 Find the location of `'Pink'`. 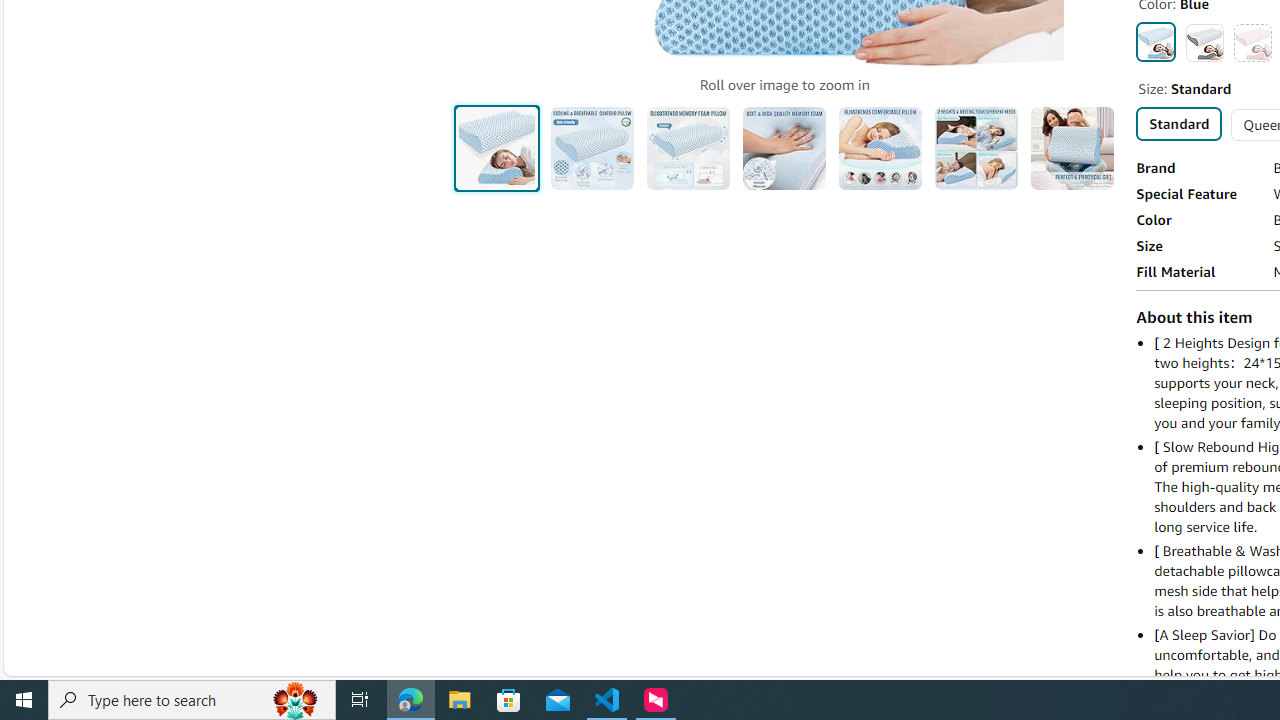

'Pink' is located at coordinates (1251, 42).